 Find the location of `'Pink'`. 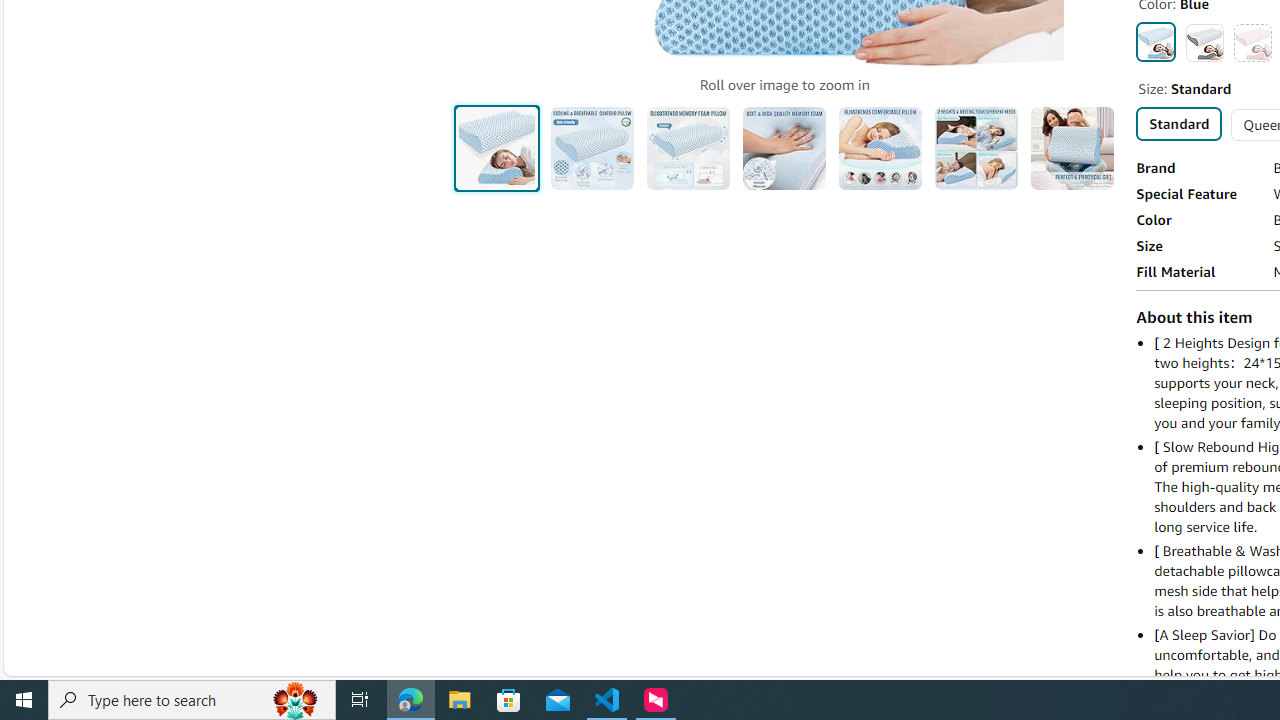

'Pink' is located at coordinates (1251, 42).